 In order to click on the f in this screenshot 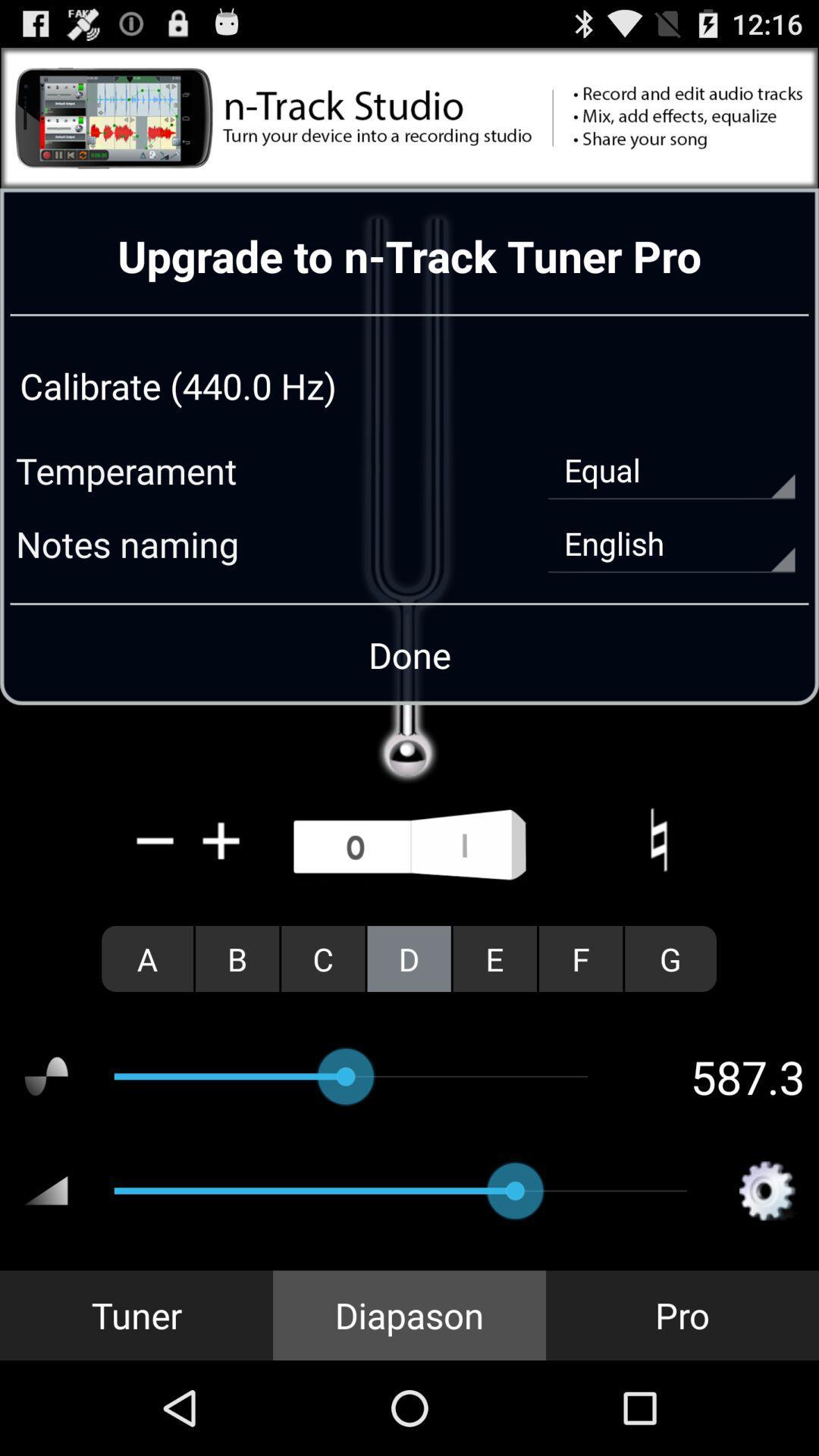, I will do `click(580, 958)`.